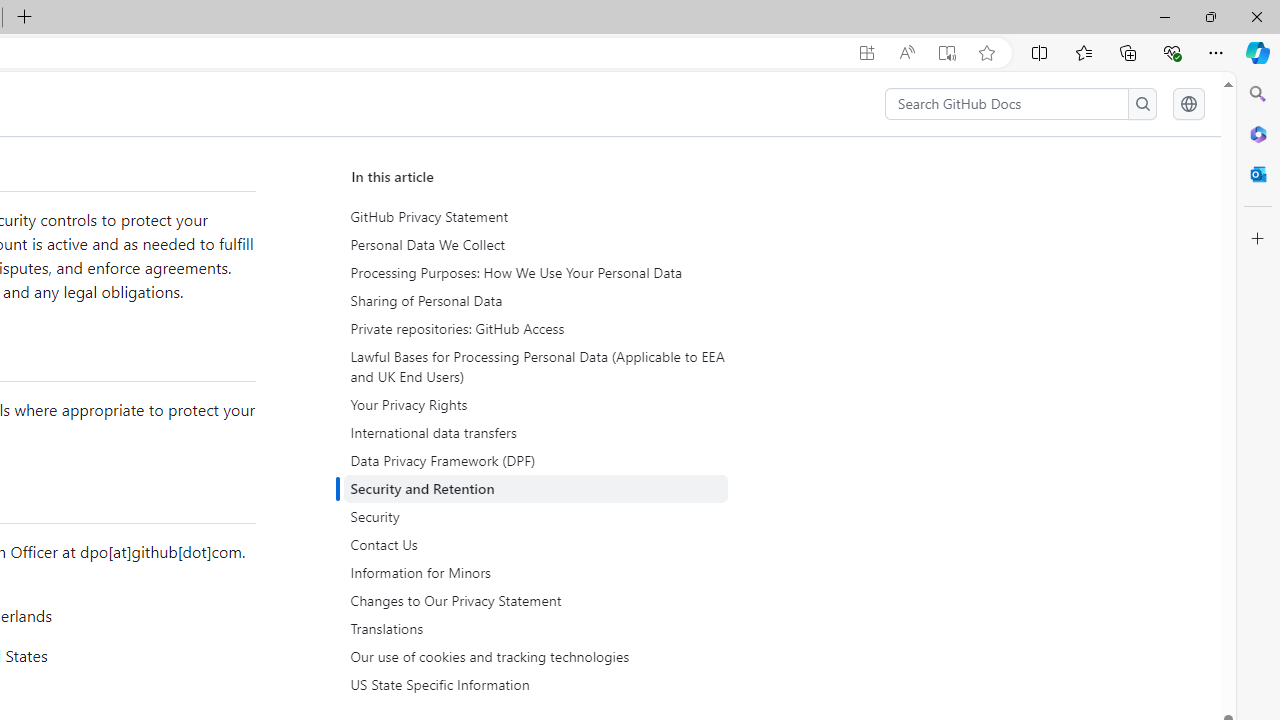 The width and height of the screenshot is (1280, 720). I want to click on 'Private repositories: GitHub Access', so click(535, 328).